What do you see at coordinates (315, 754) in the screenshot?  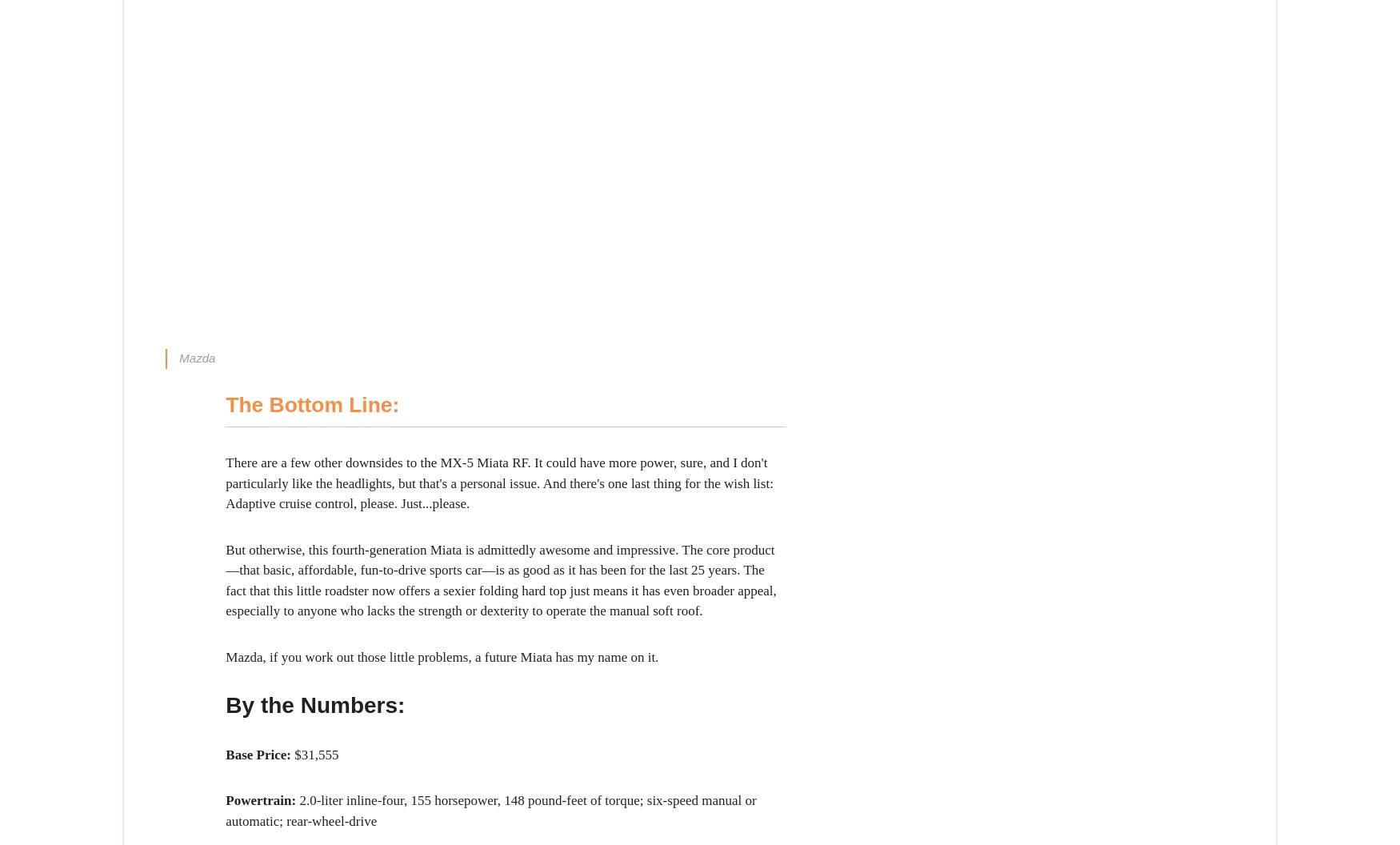 I see `'$31,555'` at bounding box center [315, 754].